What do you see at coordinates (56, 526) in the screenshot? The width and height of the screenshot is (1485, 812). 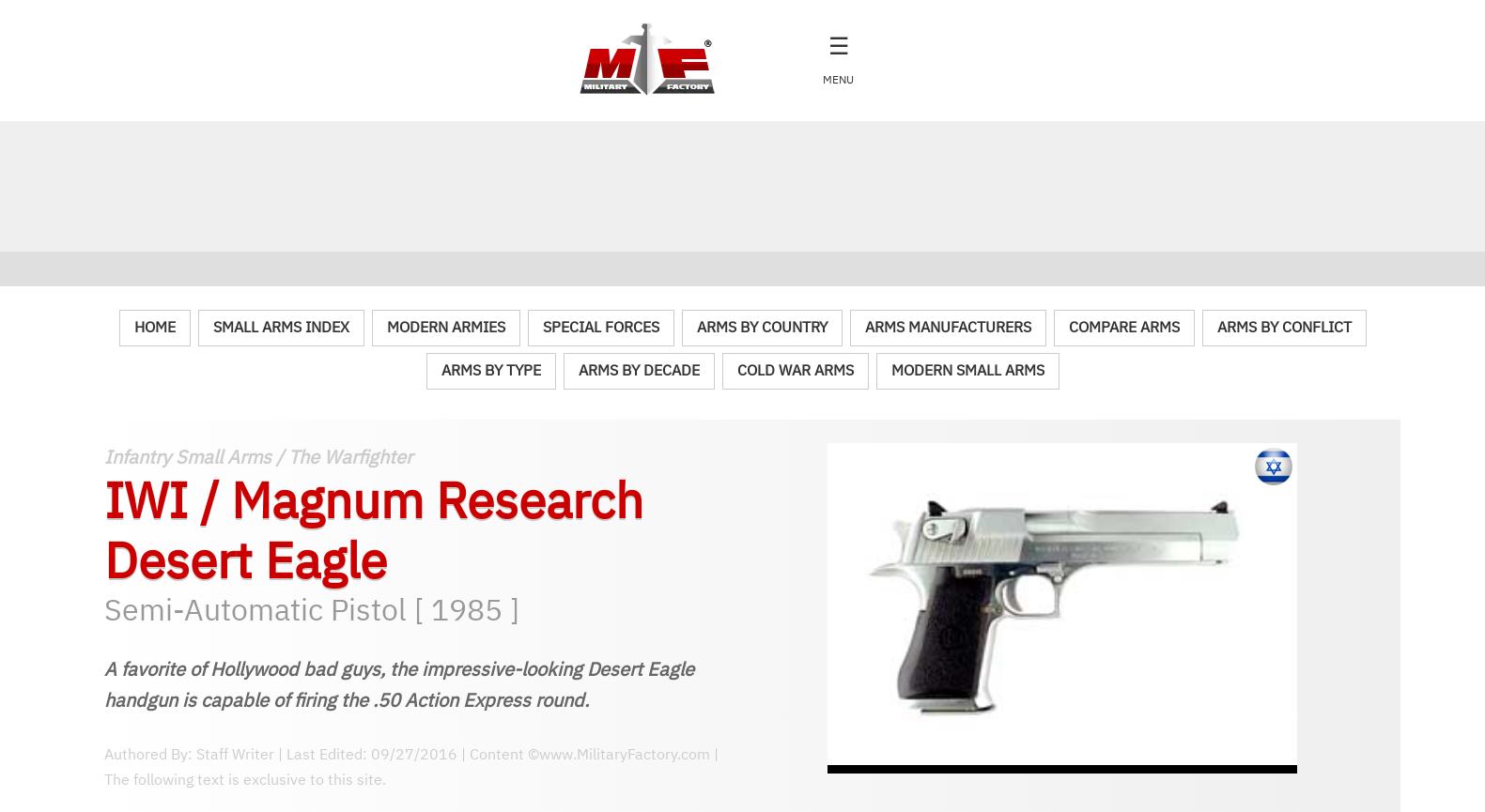 I see `'Warships & Submarines'` at bounding box center [56, 526].